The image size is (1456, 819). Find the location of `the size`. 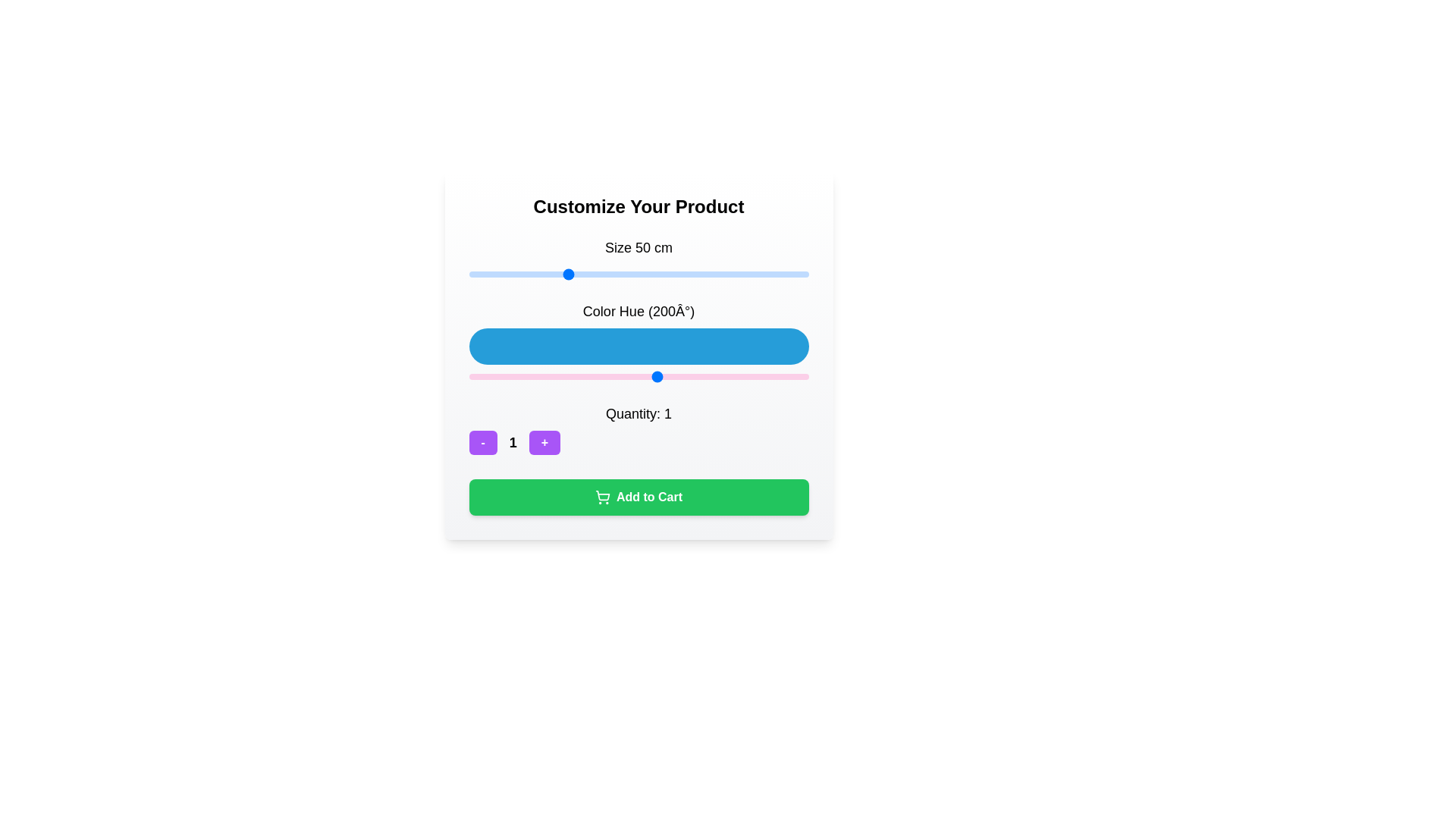

the size is located at coordinates (764, 275).